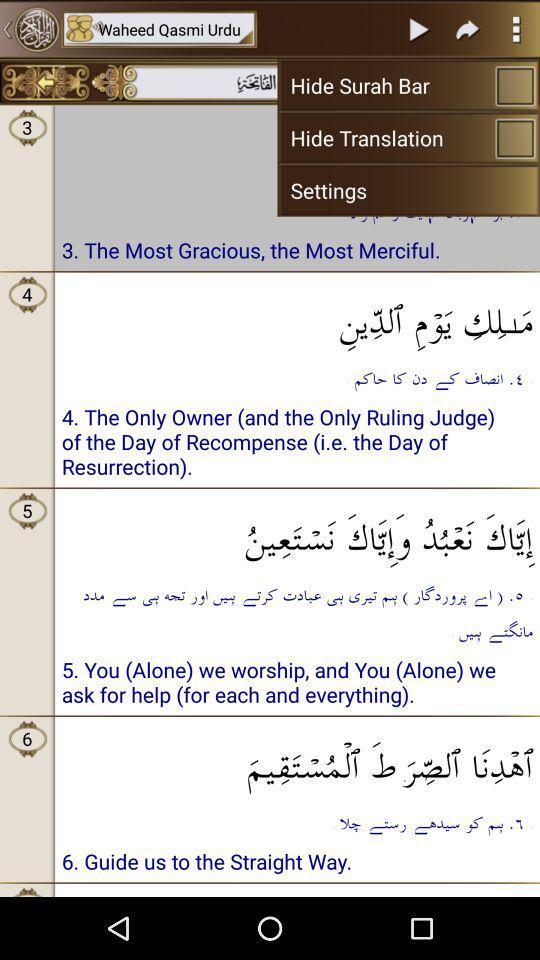  Describe the element at coordinates (419, 30) in the screenshot. I see `the play icon` at that location.